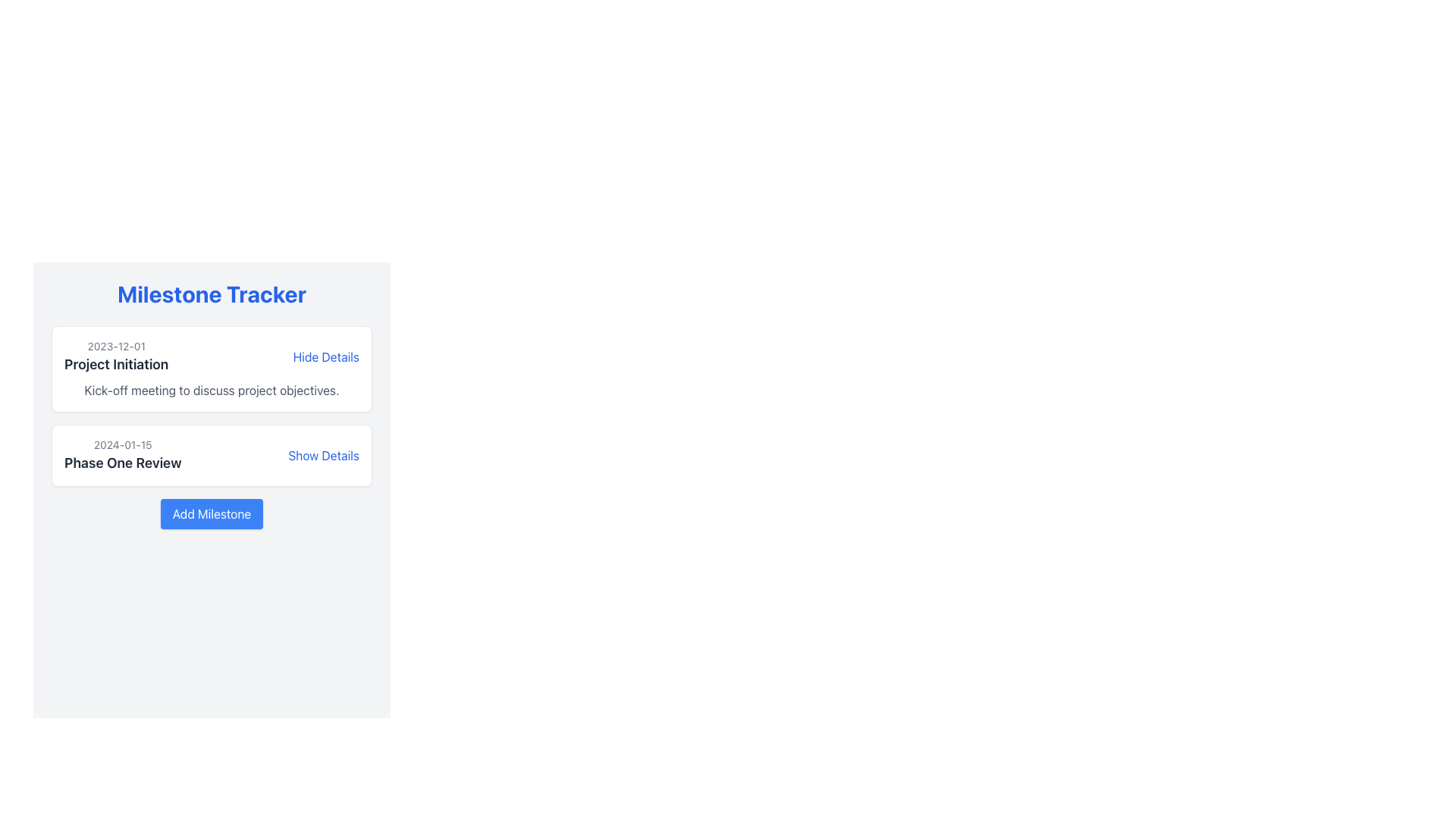 This screenshot has height=819, width=1456. Describe the element at coordinates (325, 356) in the screenshot. I see `the 'Hide Details' hyperlink, which is styled in blue with an underline and is located on the right side of the 'Project Initiation' milestone card` at that location.